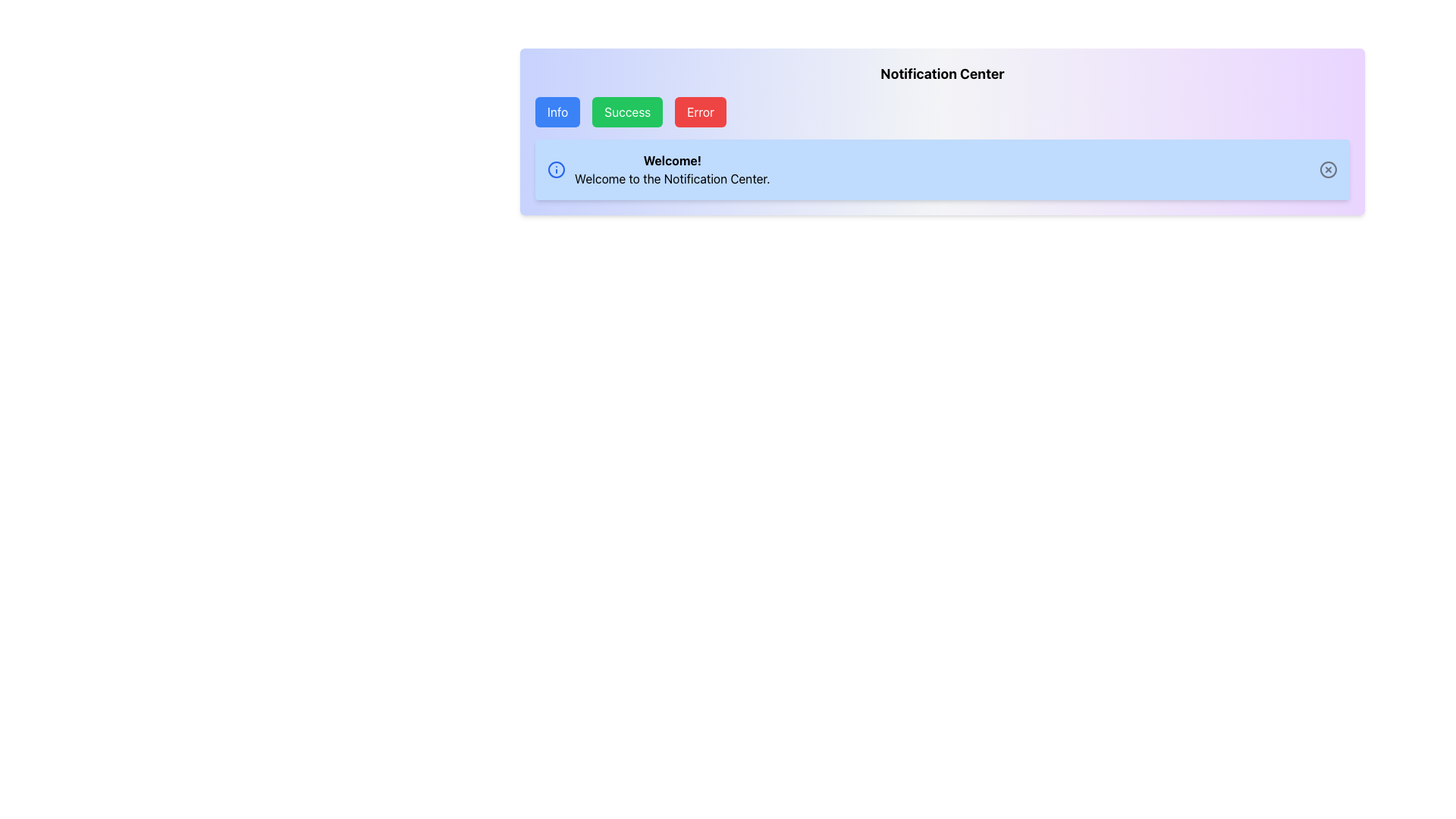 Image resolution: width=1456 pixels, height=819 pixels. I want to click on the informational icon located to the left of the text label 'Welcome! Welcome to the Notification Center.', so click(556, 169).